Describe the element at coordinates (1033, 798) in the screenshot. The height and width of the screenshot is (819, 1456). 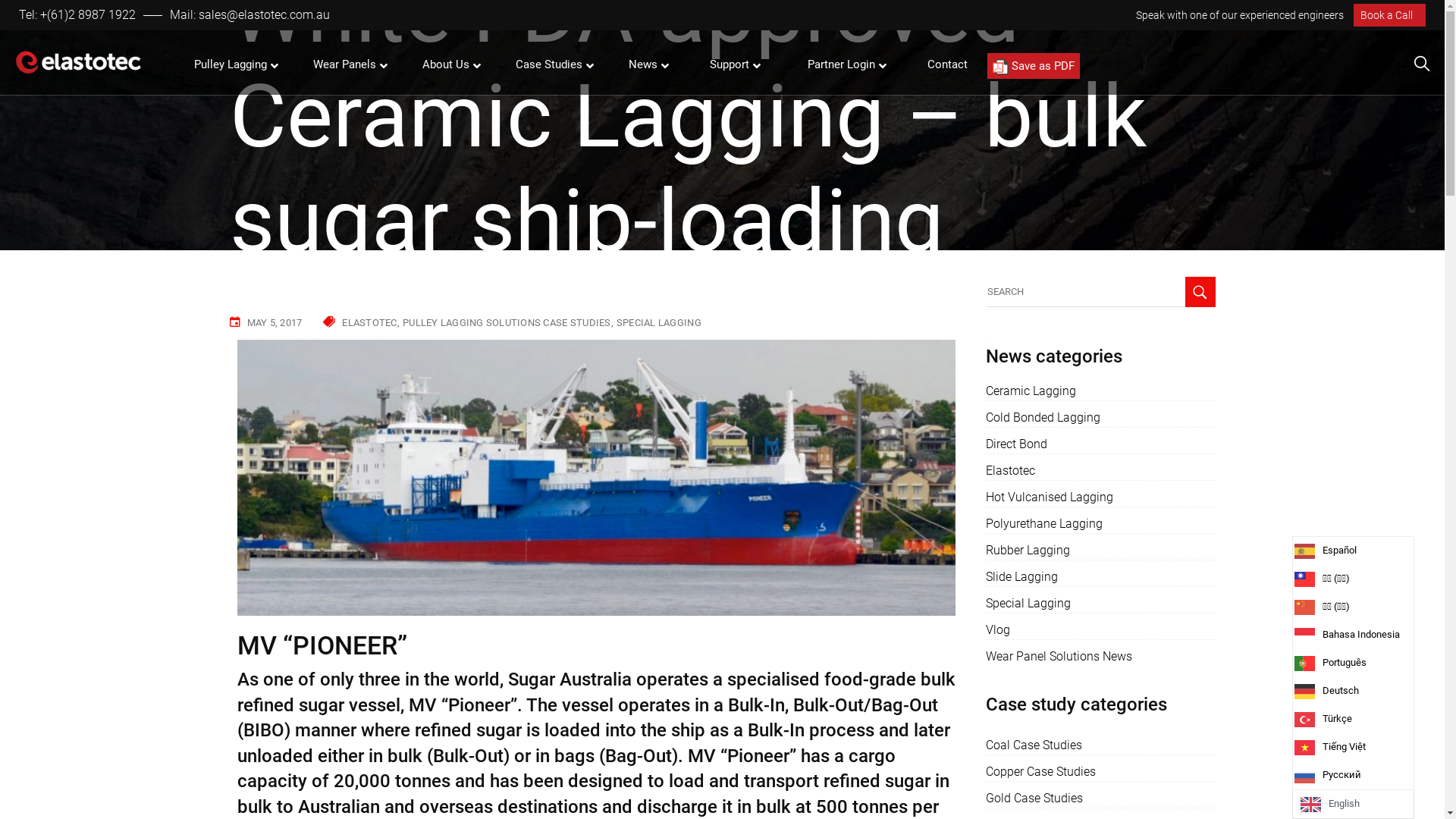
I see `'Gold Case Studies'` at that location.